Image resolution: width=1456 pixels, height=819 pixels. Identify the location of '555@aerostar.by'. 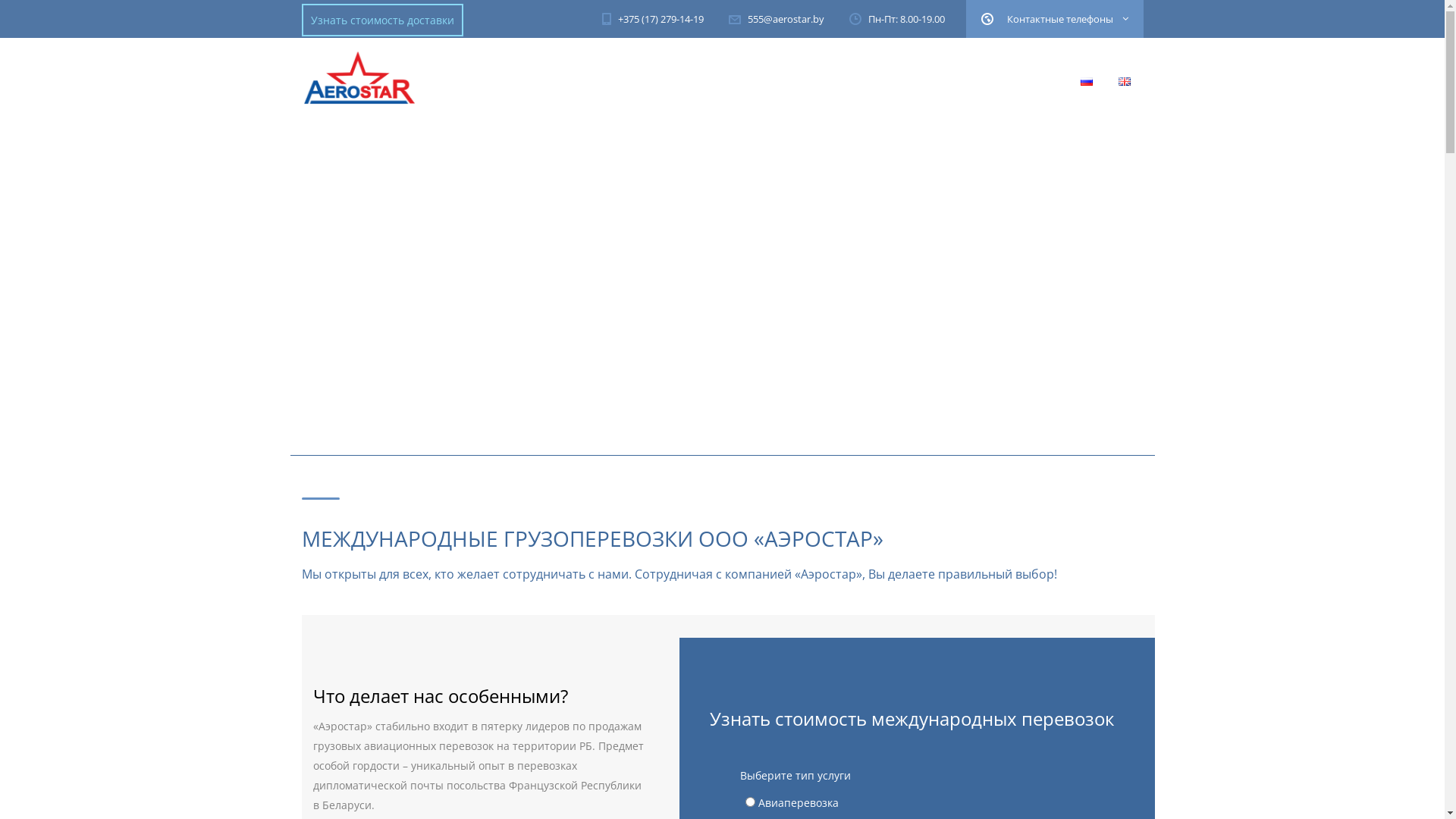
(775, 17).